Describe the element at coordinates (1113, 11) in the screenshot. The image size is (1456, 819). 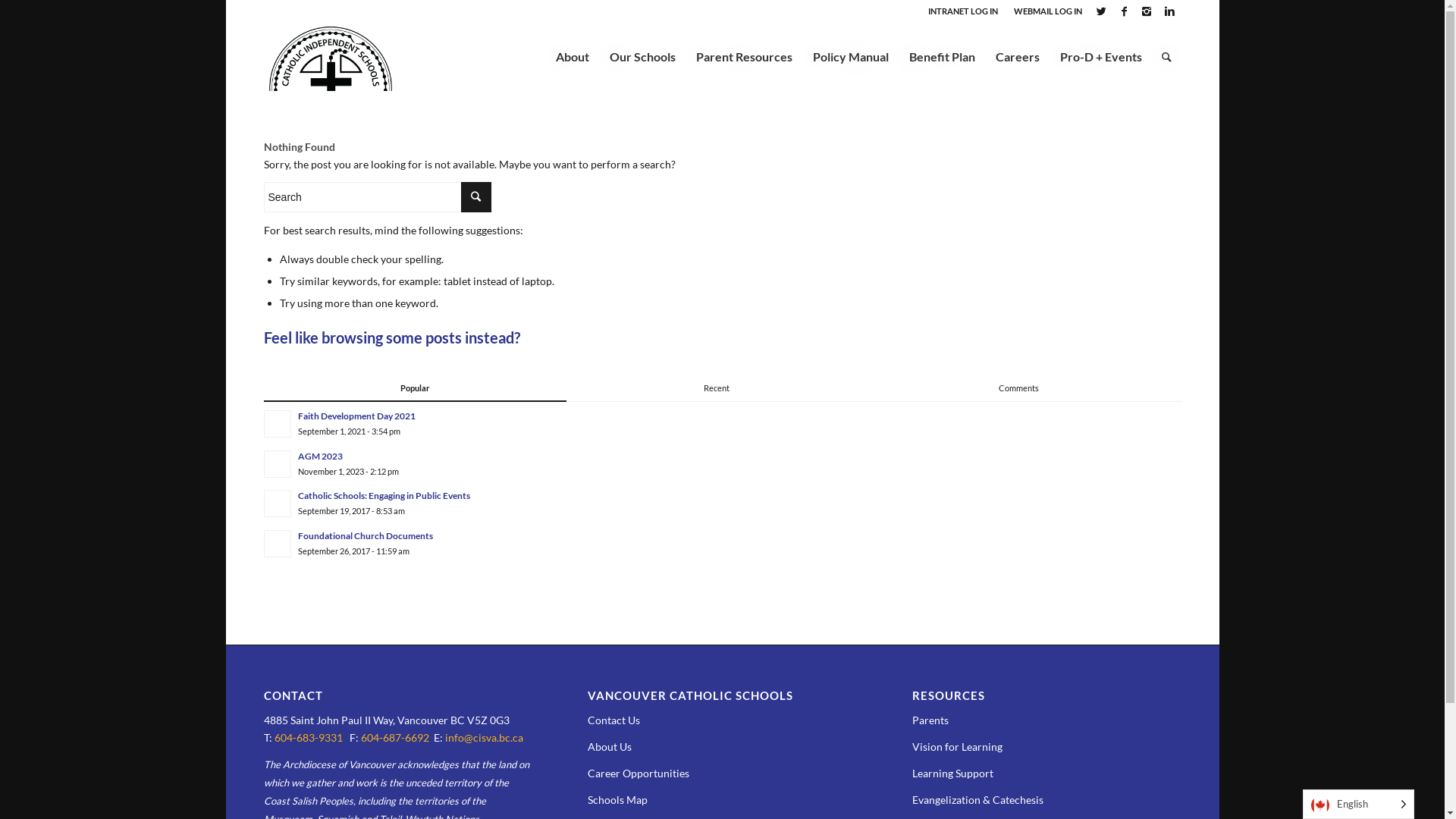
I see `'Facebook'` at that location.